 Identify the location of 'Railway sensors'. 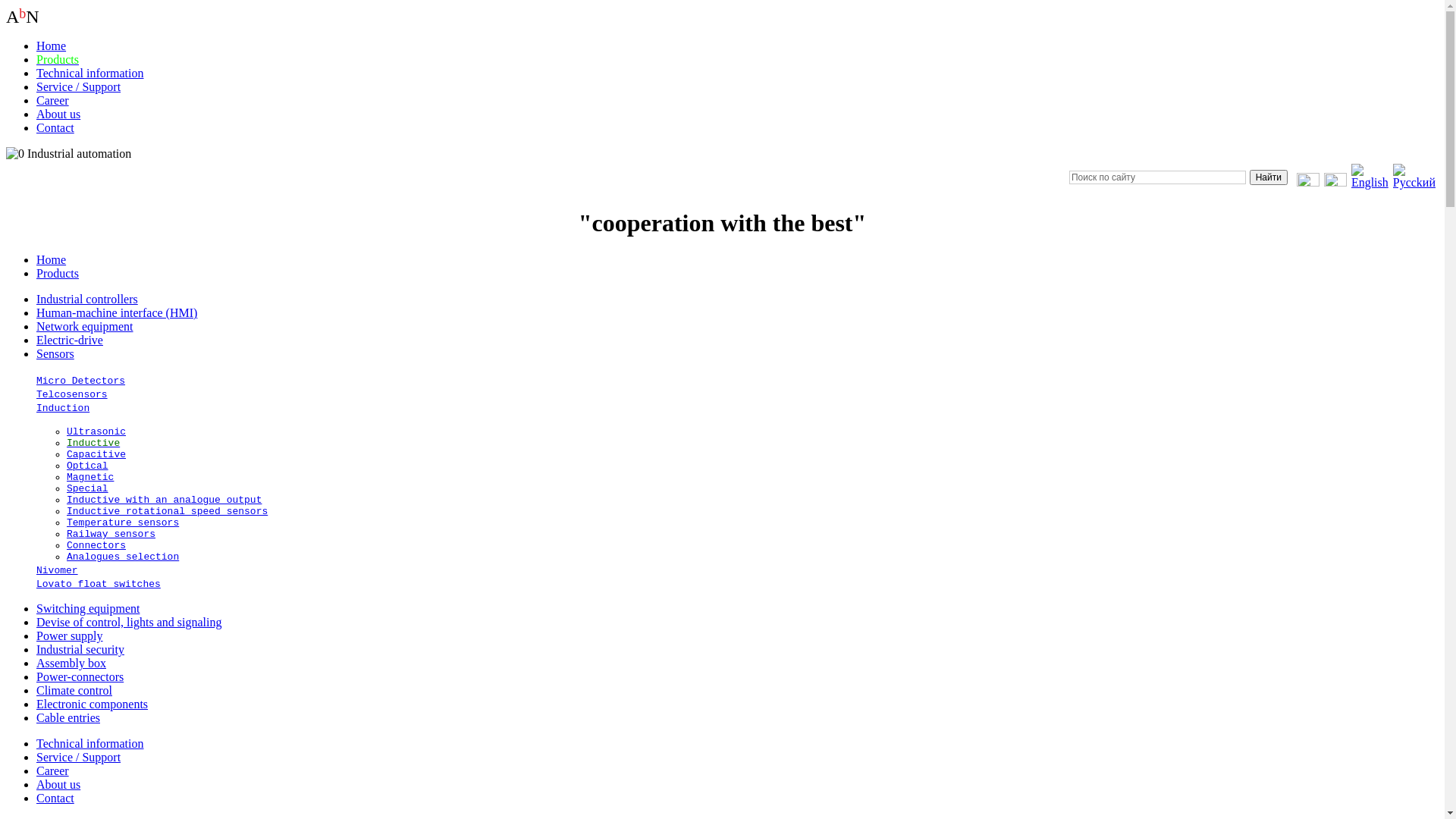
(65, 533).